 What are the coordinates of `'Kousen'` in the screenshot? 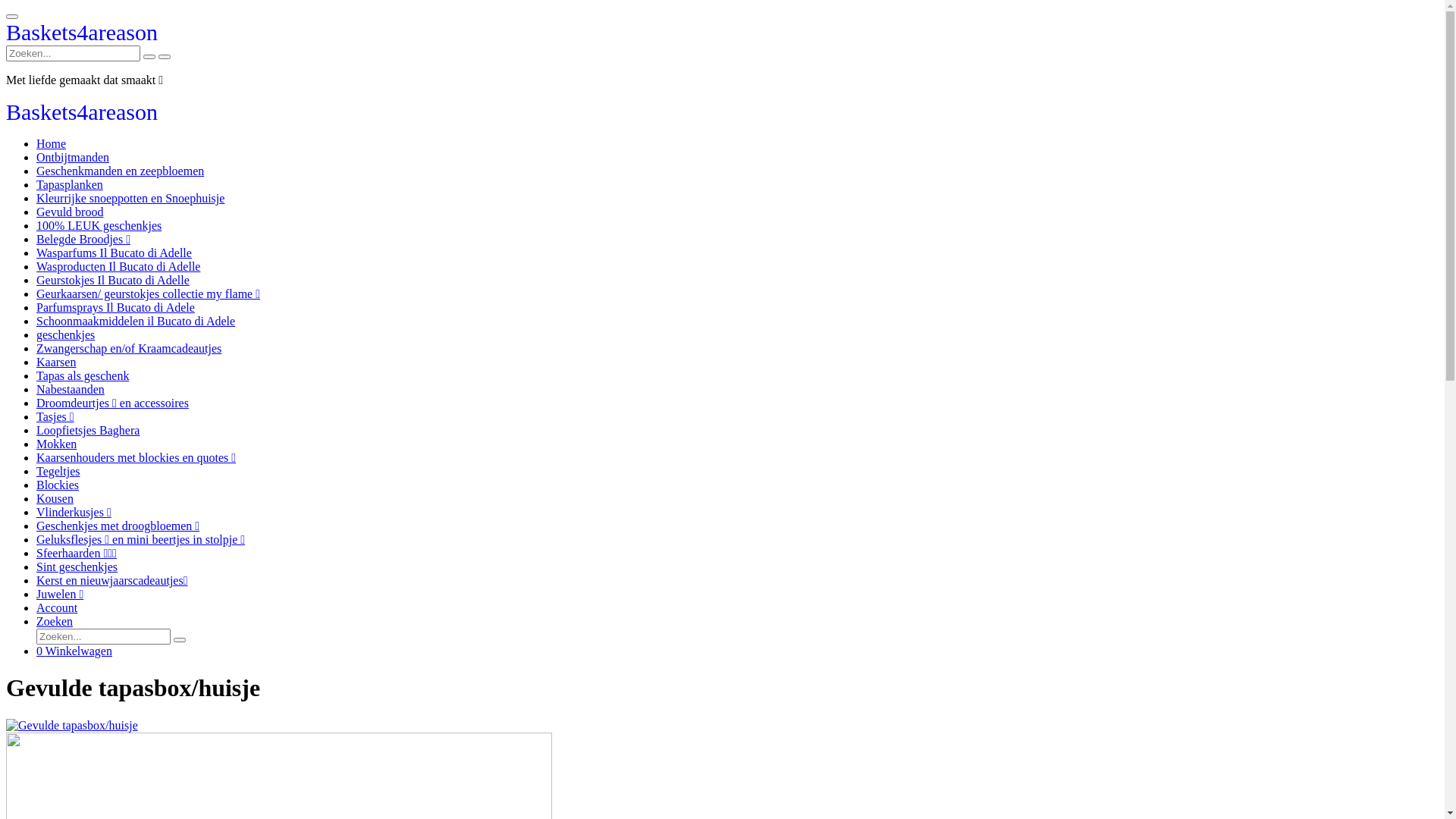 It's located at (55, 498).